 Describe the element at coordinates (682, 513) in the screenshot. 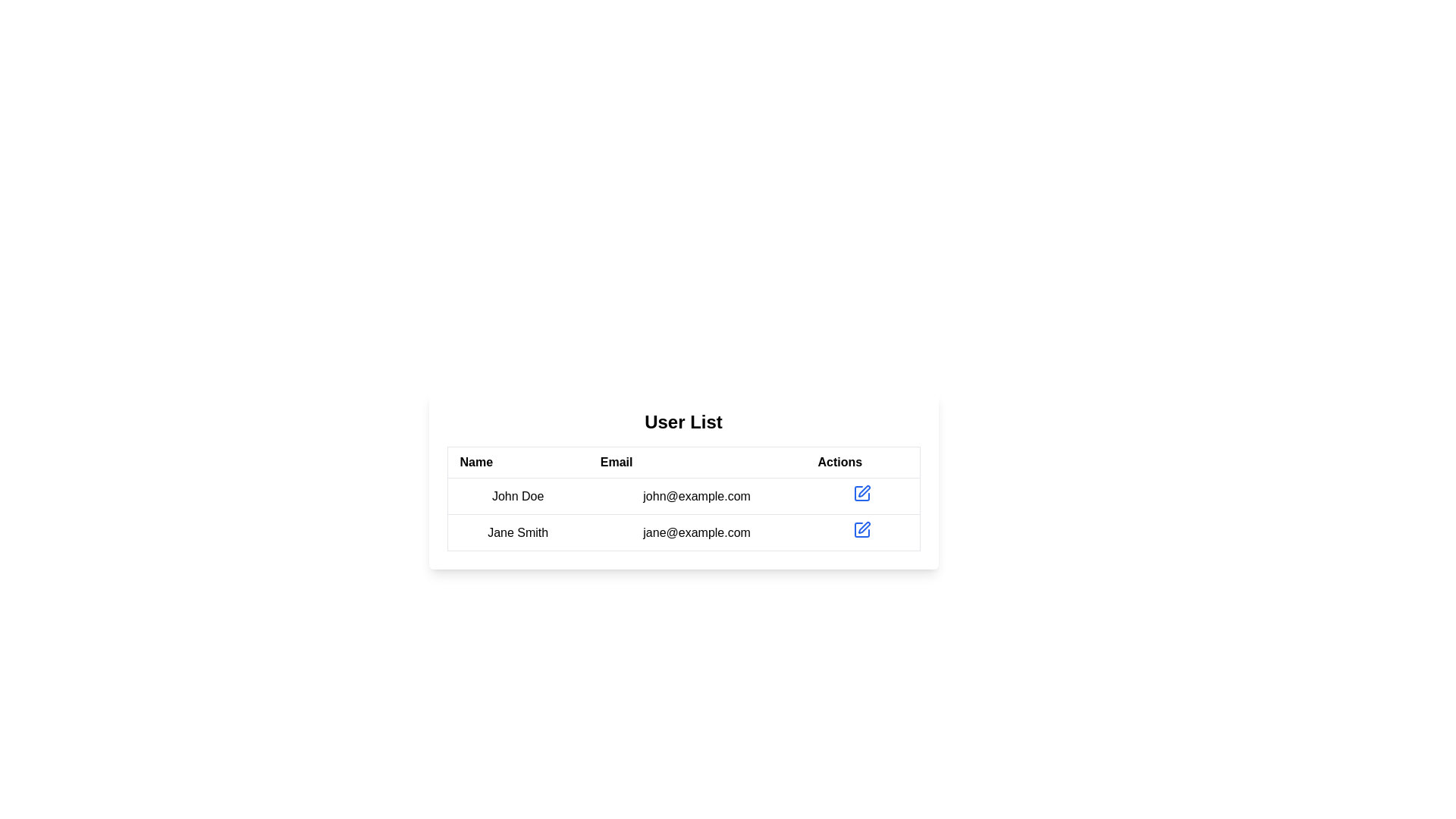

I see `the name and email address displayed in the data row of the table that contains user information, specifically represented by 'John Doe' and 'john@example.com'` at that location.